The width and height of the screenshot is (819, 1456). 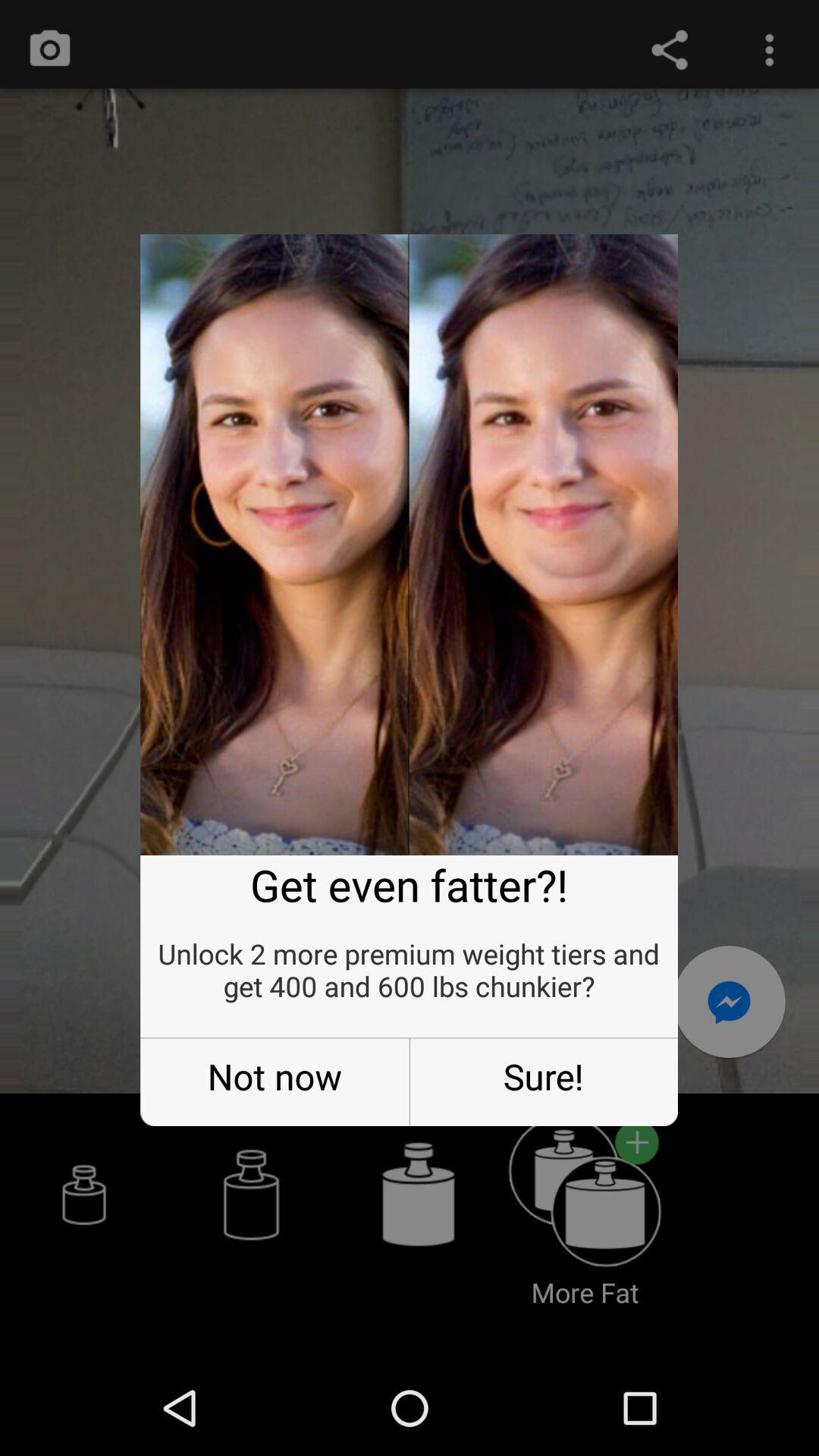 I want to click on the more icon, so click(x=769, y=53).